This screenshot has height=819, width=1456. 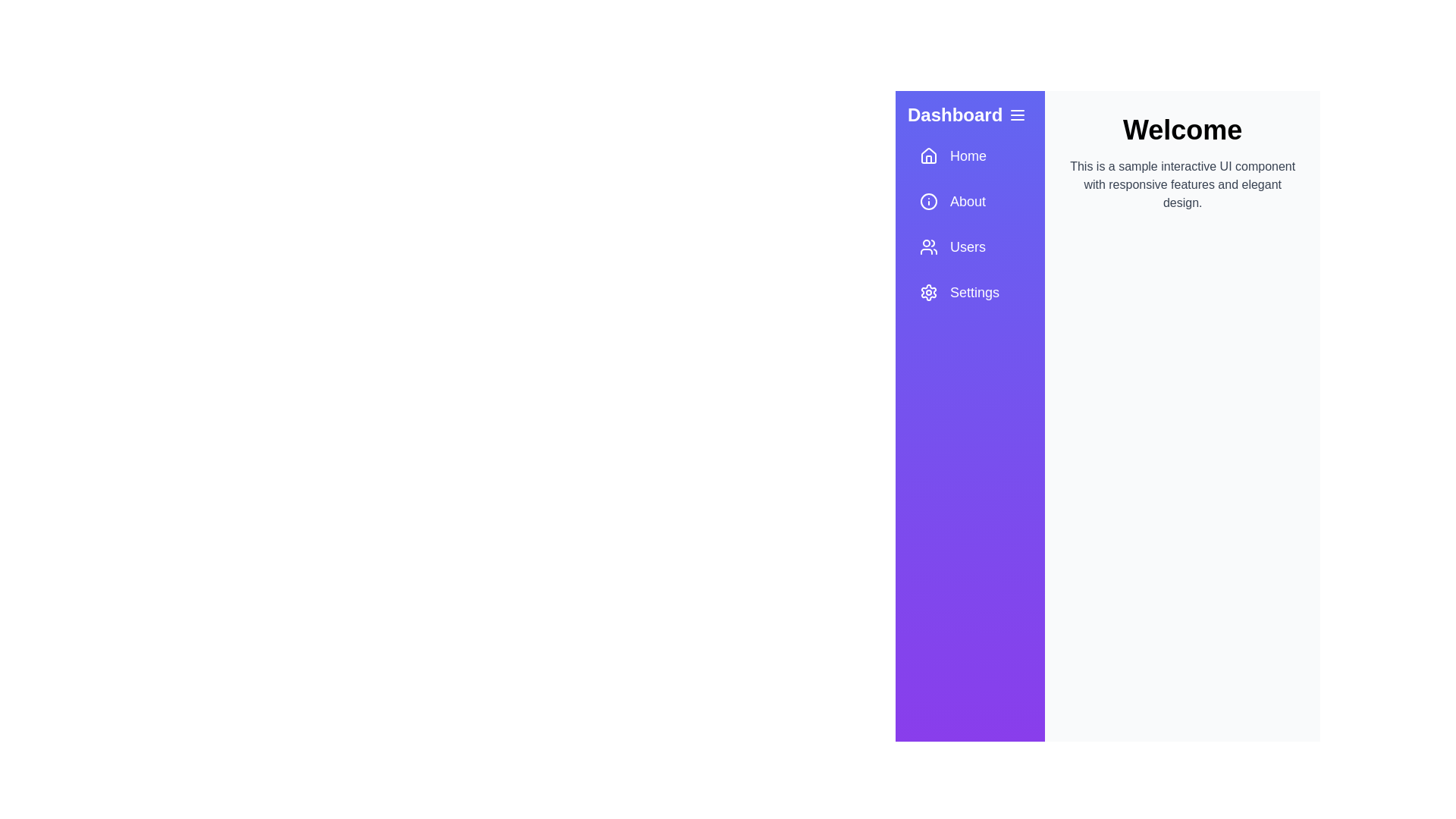 What do you see at coordinates (969, 201) in the screenshot?
I see `the navigation item About to trigger its action` at bounding box center [969, 201].